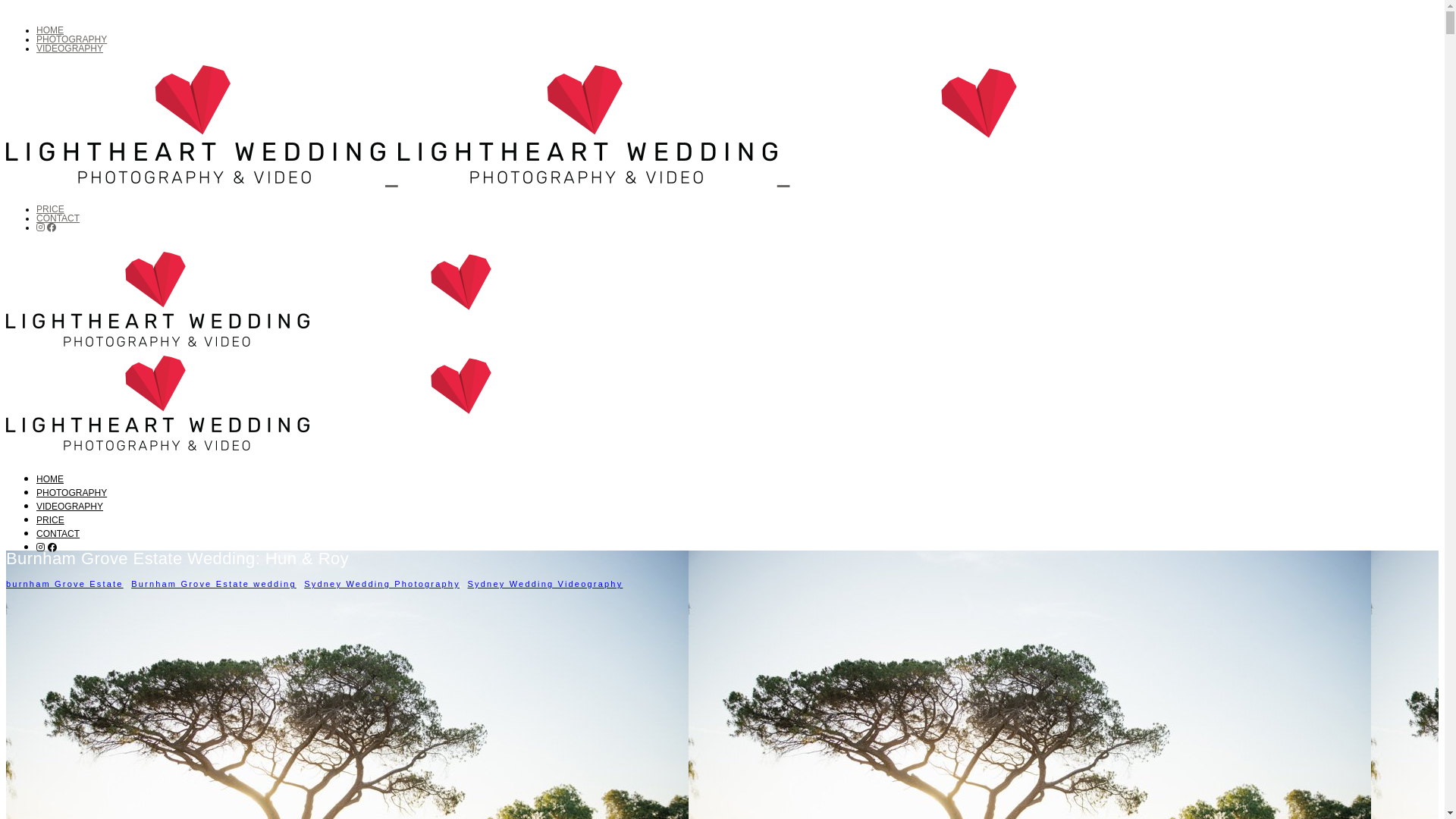 This screenshot has width=1456, height=819. I want to click on 'HOME', so click(50, 30).